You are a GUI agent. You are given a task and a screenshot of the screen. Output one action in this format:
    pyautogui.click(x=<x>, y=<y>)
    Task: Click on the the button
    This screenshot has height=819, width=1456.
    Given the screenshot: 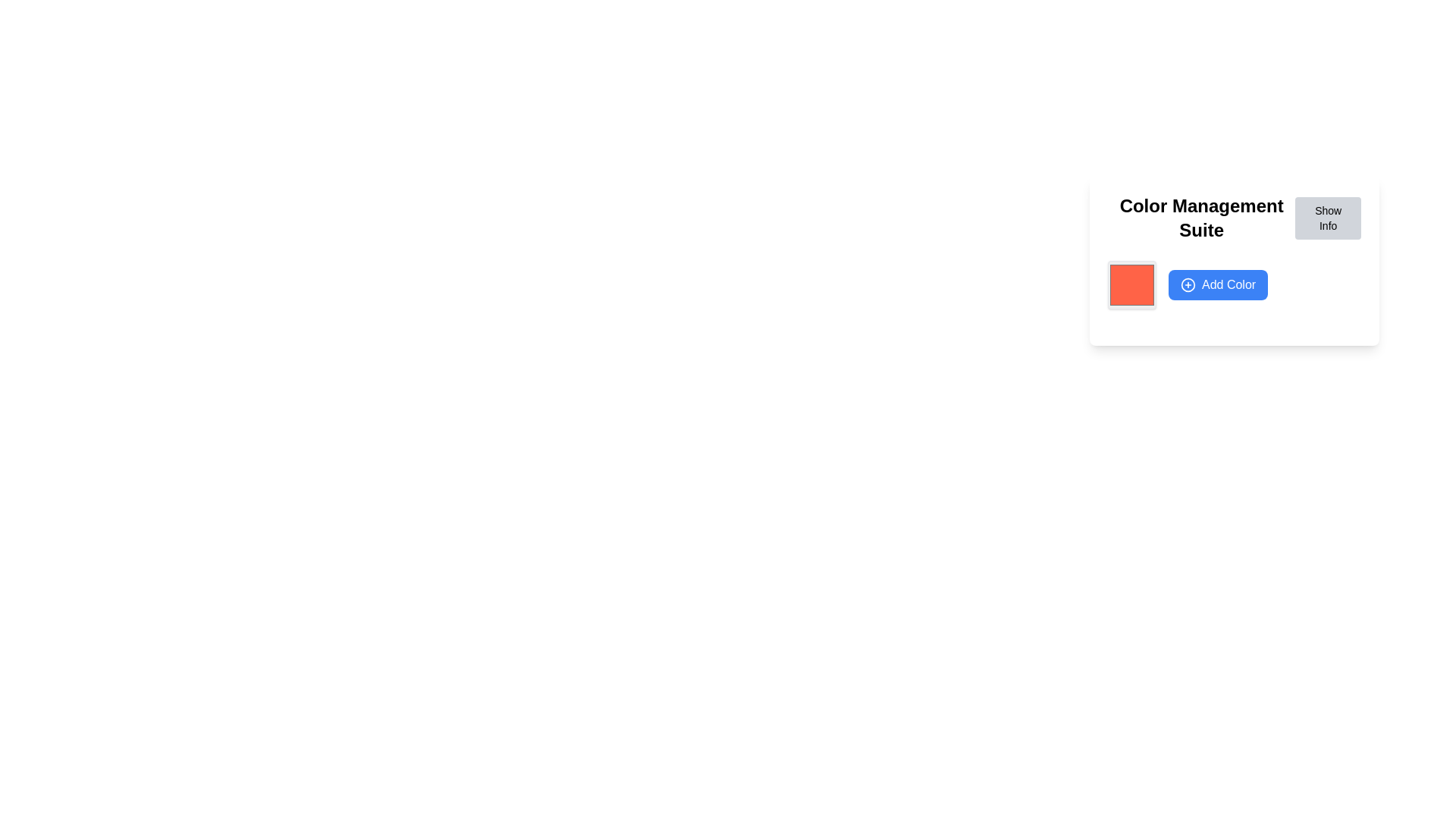 What is the action you would take?
    pyautogui.click(x=1218, y=284)
    